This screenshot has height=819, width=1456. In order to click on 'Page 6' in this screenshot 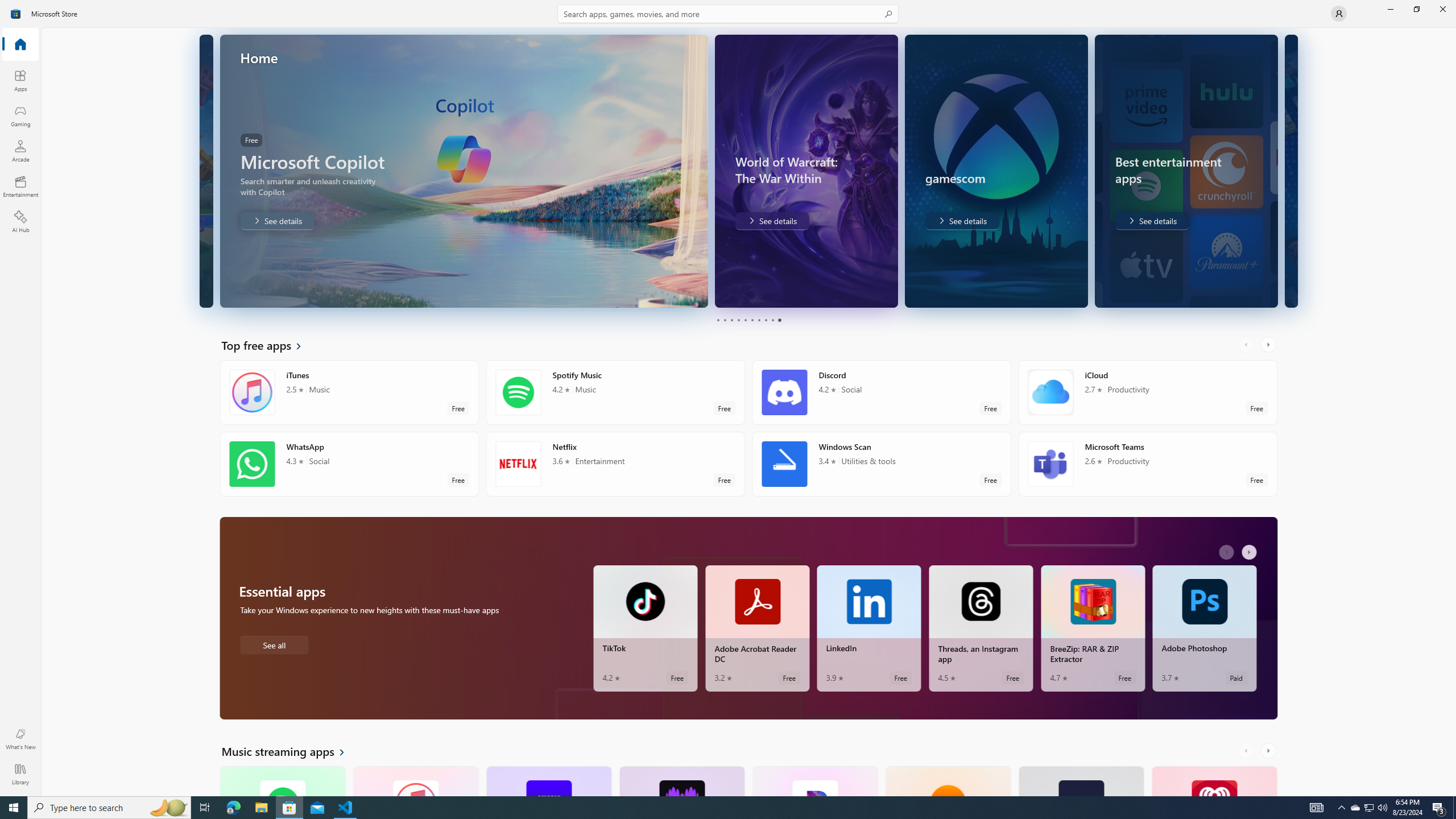, I will do `click(751, 320)`.